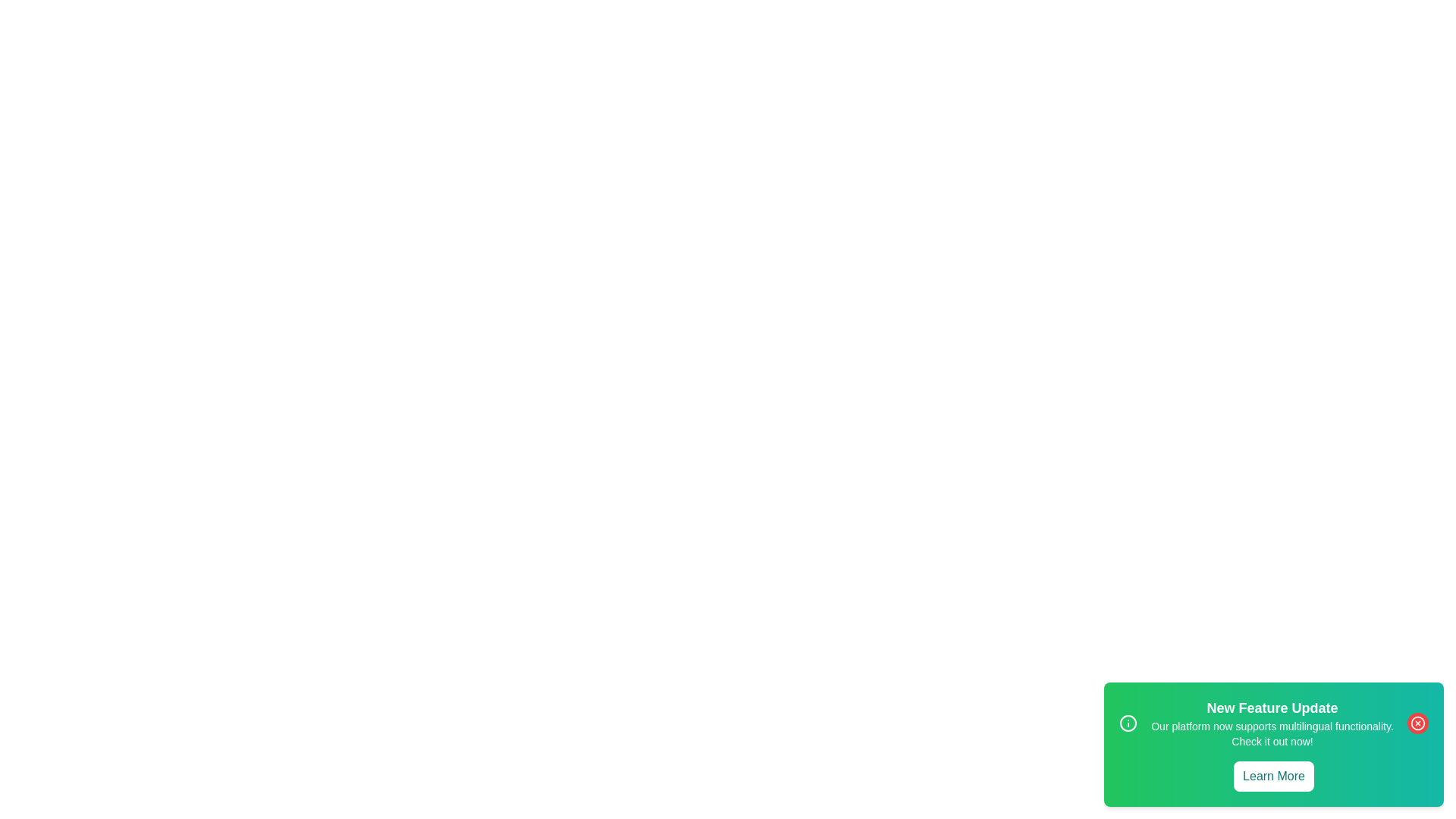 The height and width of the screenshot is (819, 1456). I want to click on the 'Info' icon in the snackbar to display more information, so click(1128, 722).